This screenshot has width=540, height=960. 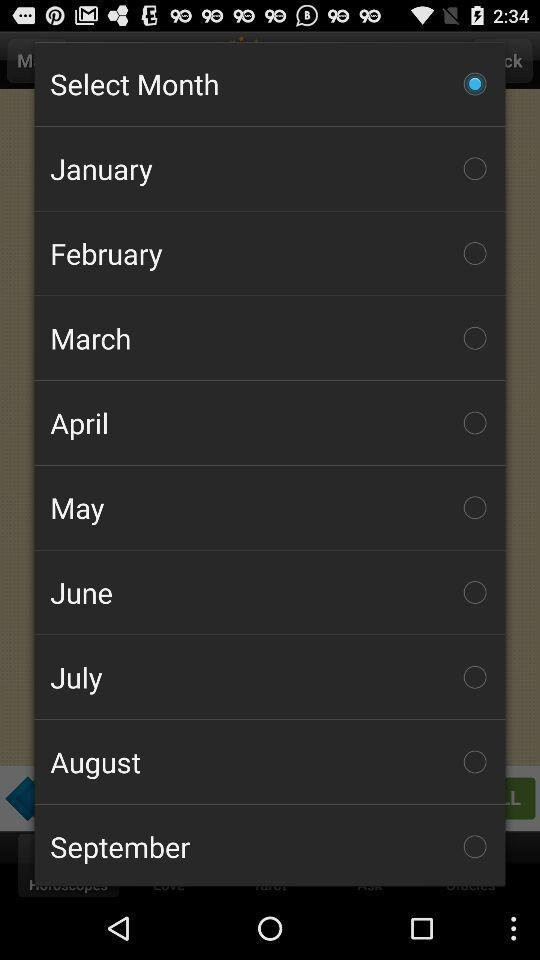 I want to click on the select month icon, so click(x=270, y=84).